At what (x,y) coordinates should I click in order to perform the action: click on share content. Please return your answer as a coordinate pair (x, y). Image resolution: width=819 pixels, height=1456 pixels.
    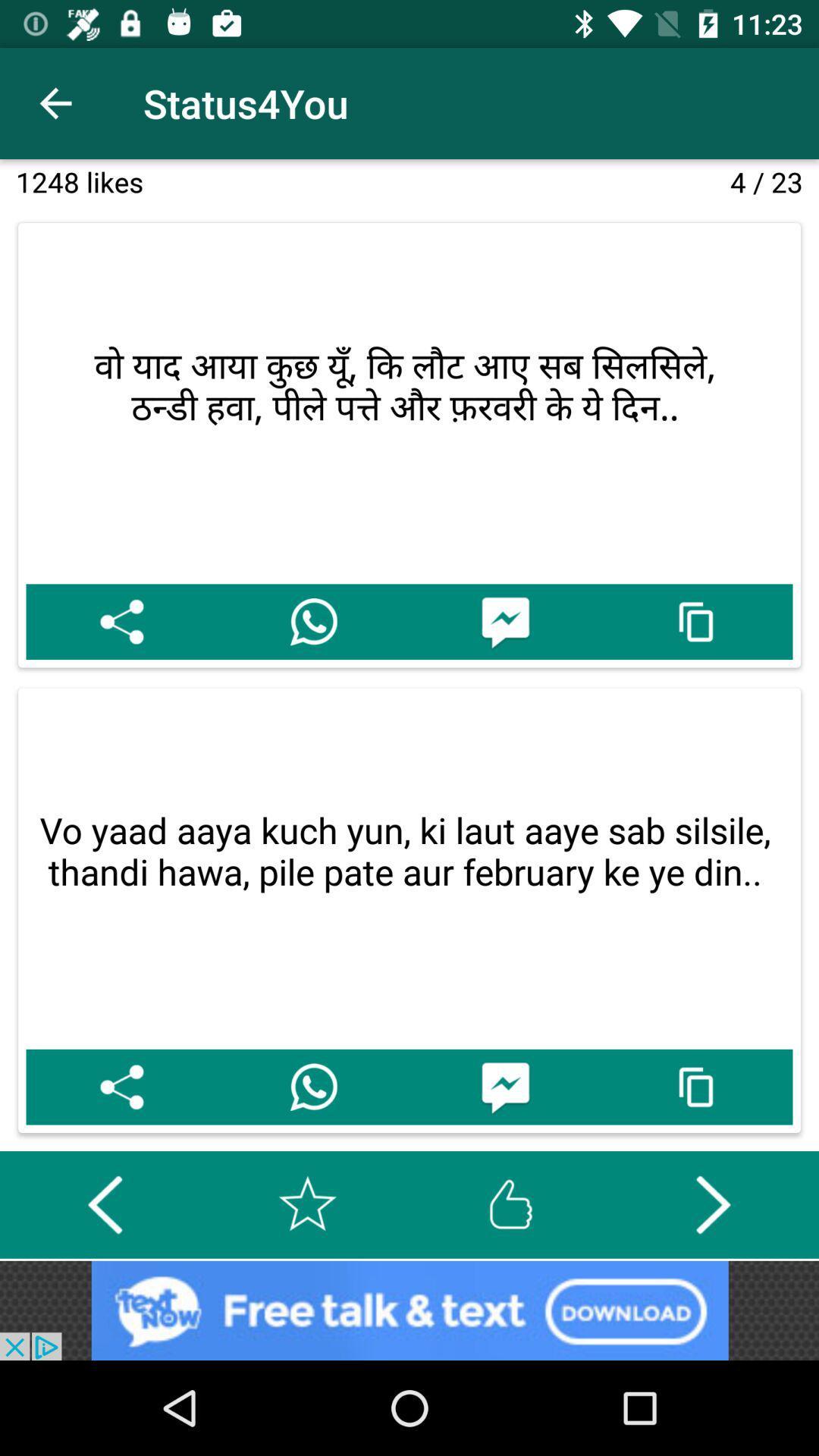
    Looking at the image, I should click on (121, 622).